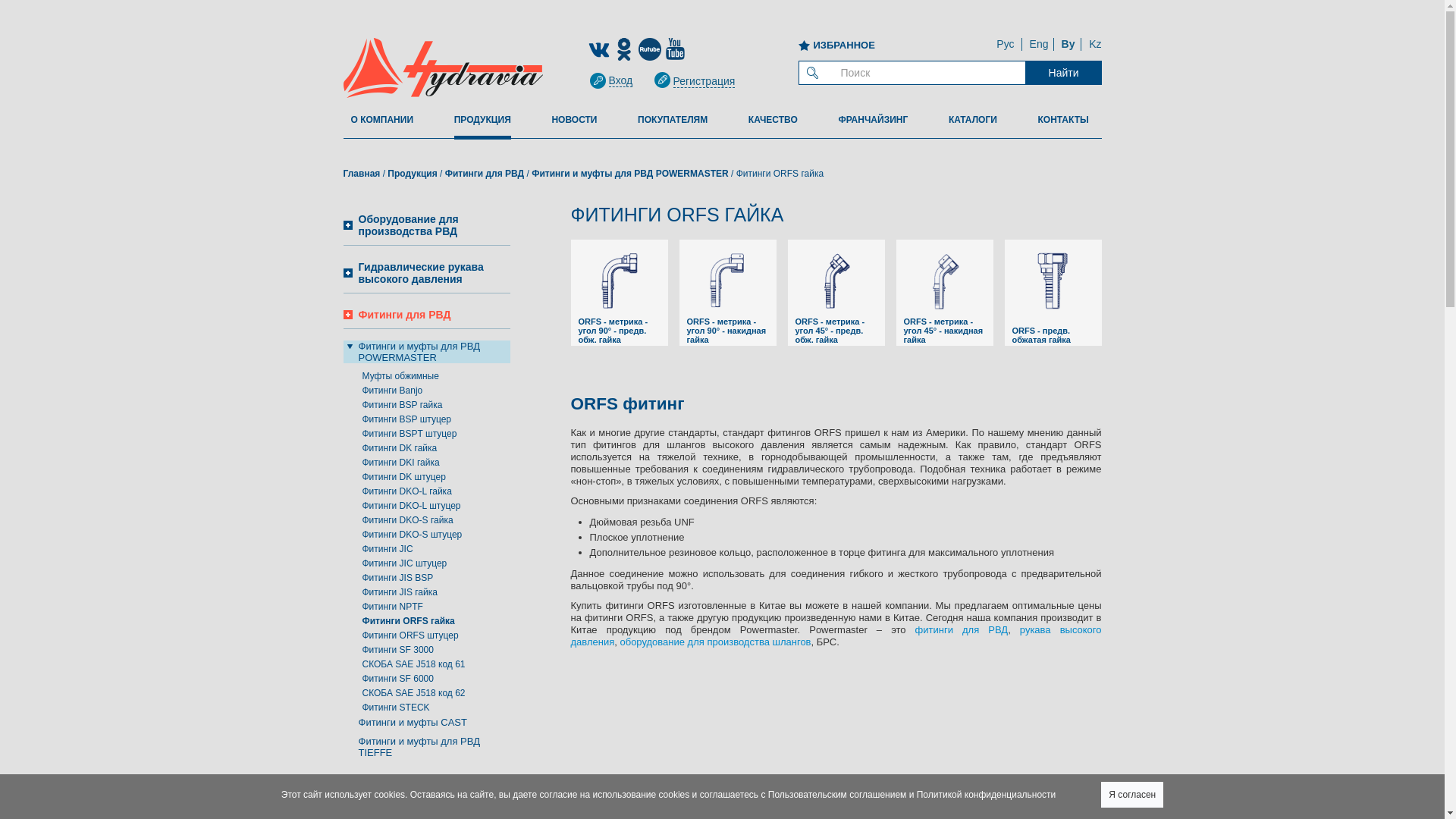 This screenshot has width=1456, height=819. I want to click on 'By', so click(1068, 42).